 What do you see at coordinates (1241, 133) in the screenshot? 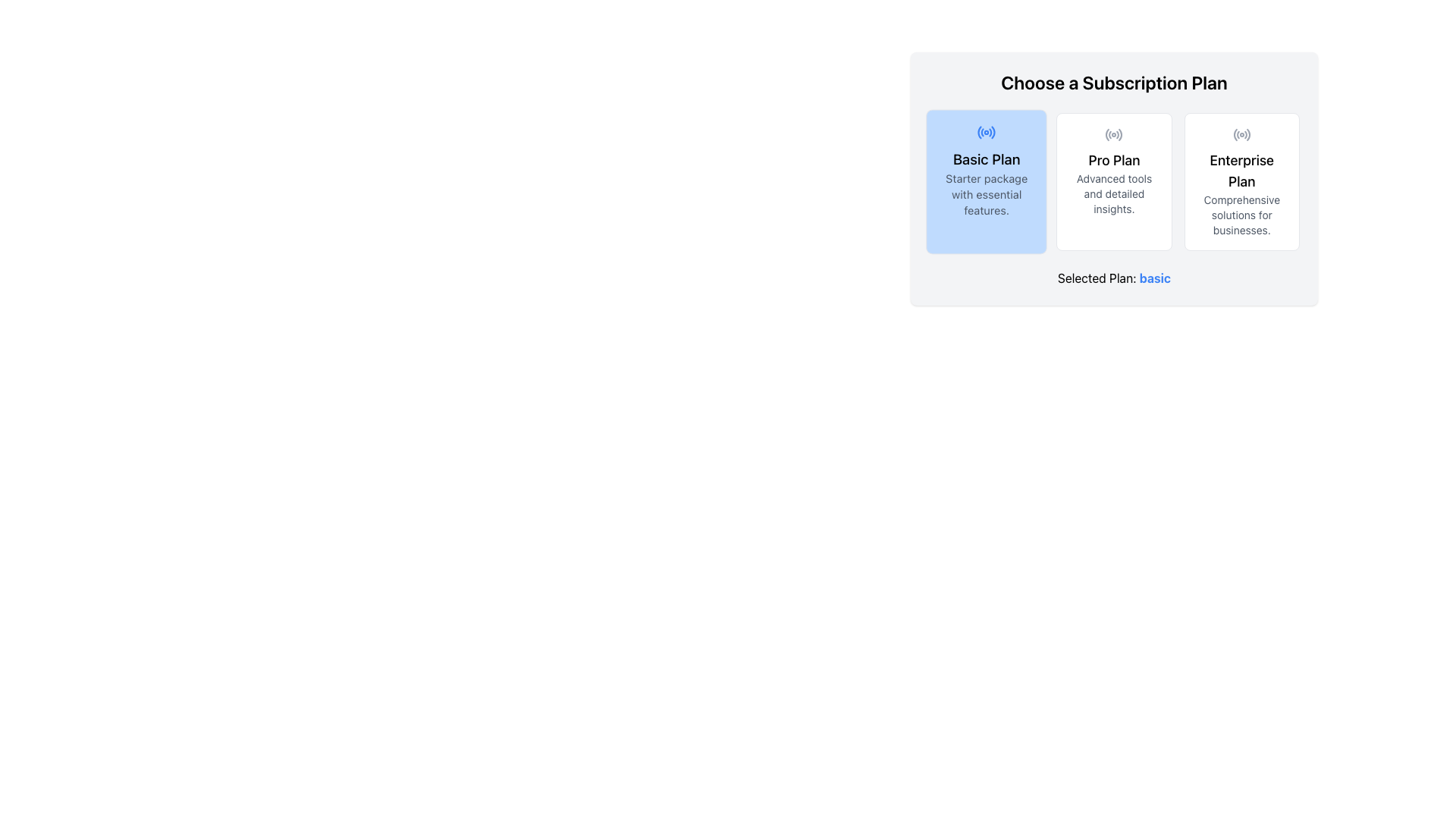
I see `the 'Enterprise Plan' icon located at the top of the 'Enterprise Plan' card in the 'Choose a Subscription Plan' section` at bounding box center [1241, 133].